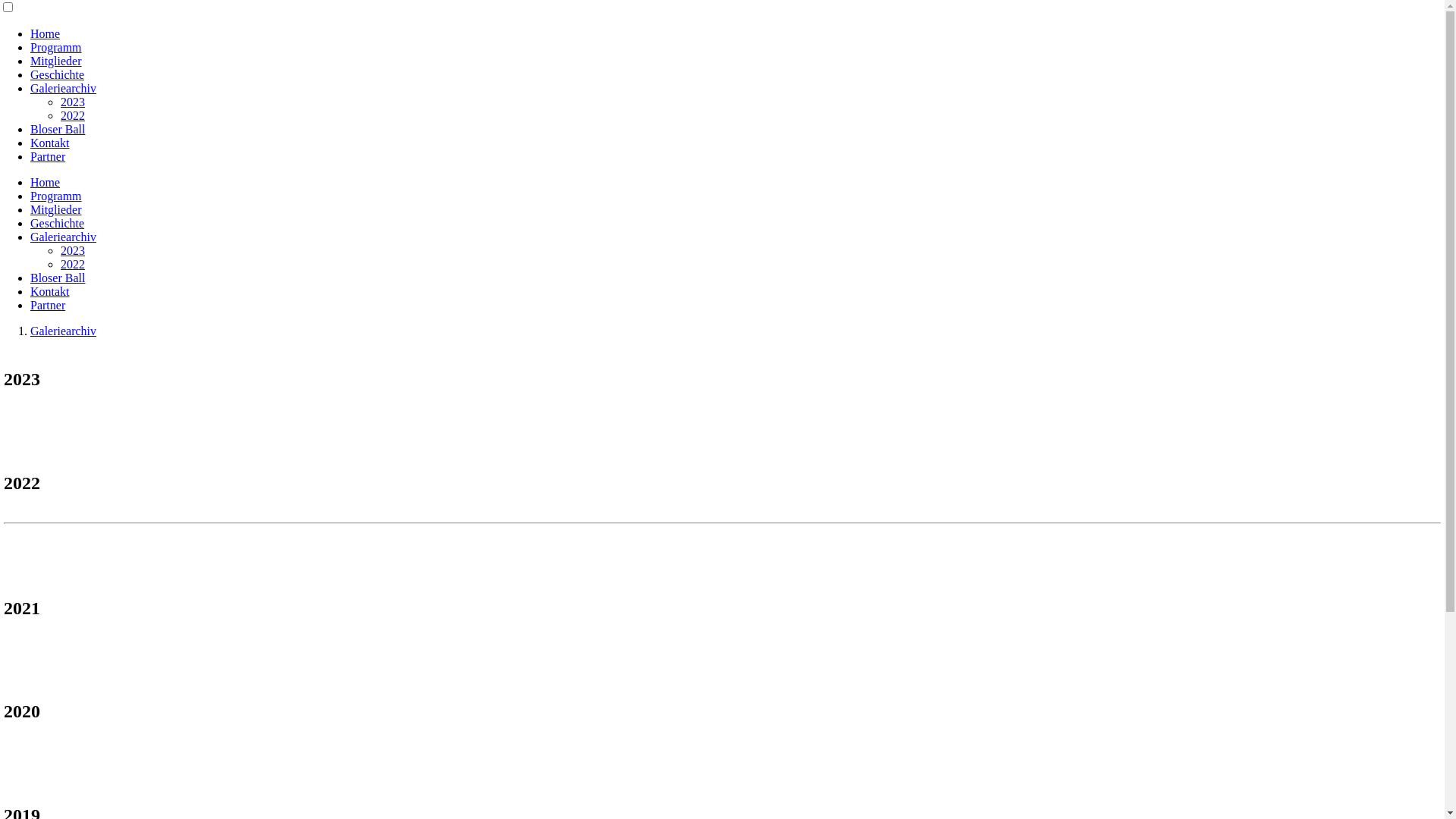 This screenshot has height=819, width=1456. I want to click on 'Geschichte', so click(57, 74).